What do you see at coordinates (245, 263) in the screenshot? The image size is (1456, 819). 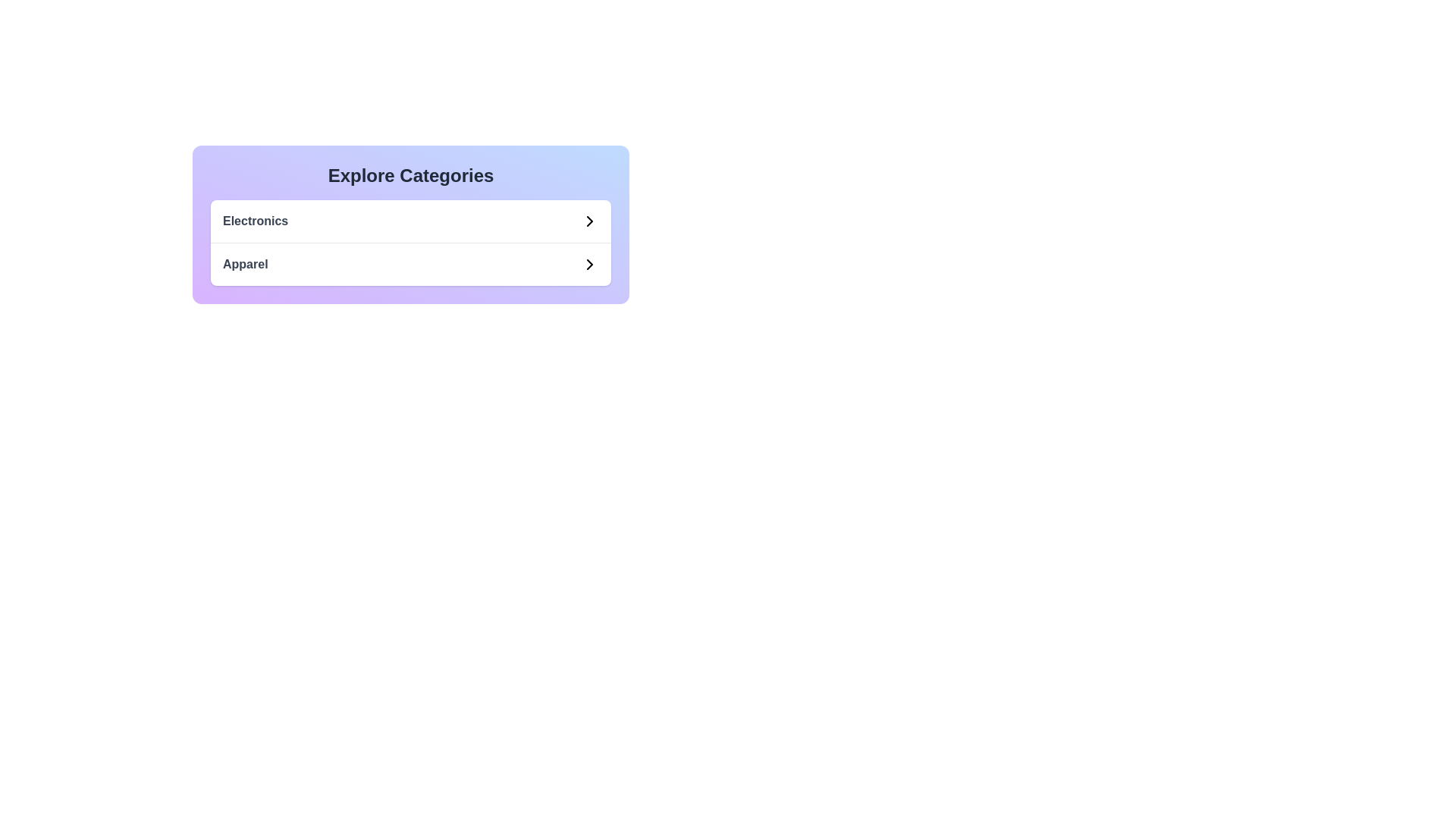 I see `the text label displaying 'Apparel' in bold gray font, located in the category exploration section below 'Electronics'` at bounding box center [245, 263].